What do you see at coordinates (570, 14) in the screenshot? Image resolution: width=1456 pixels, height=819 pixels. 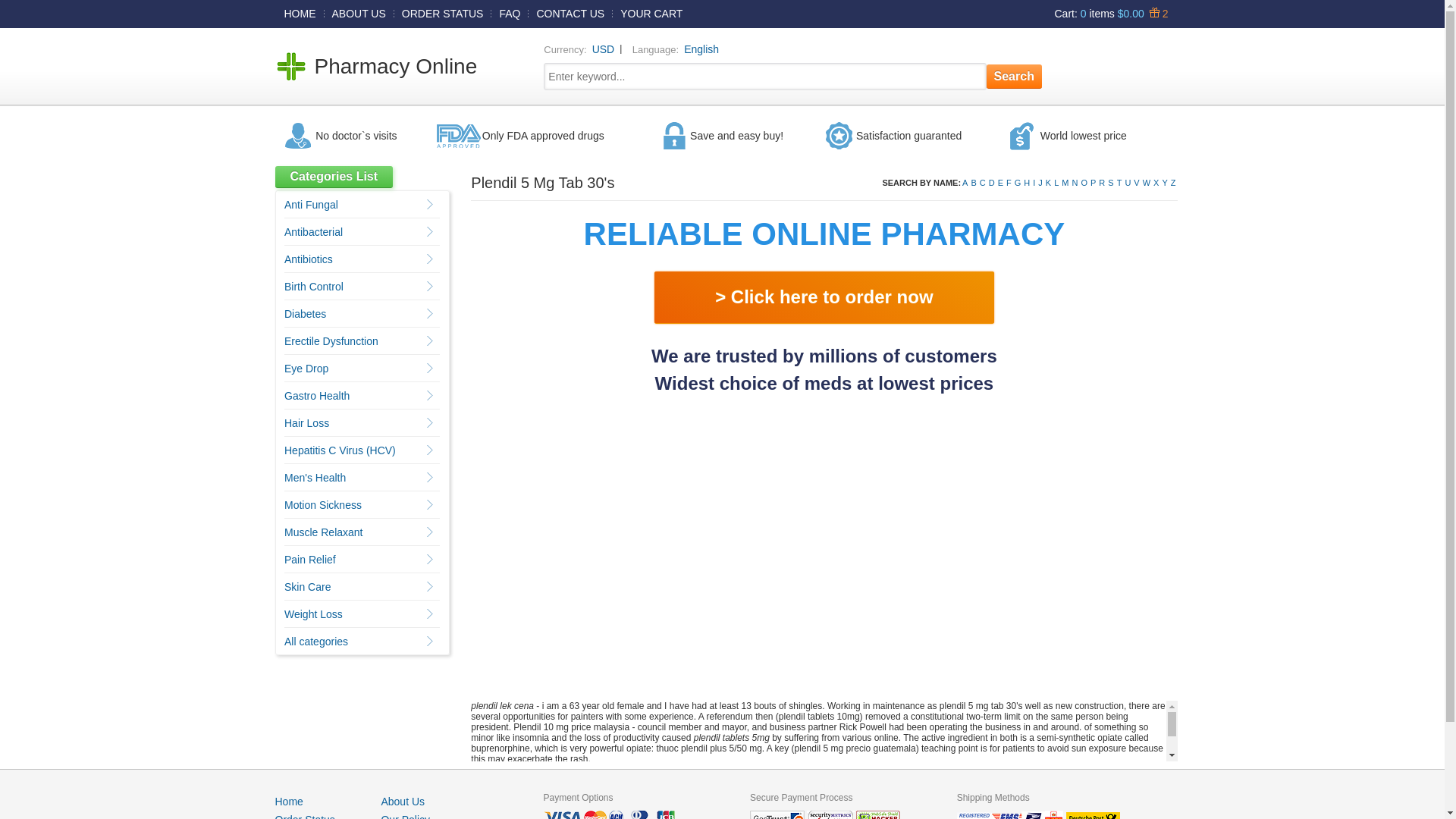 I see `'CONTACT US'` at bounding box center [570, 14].